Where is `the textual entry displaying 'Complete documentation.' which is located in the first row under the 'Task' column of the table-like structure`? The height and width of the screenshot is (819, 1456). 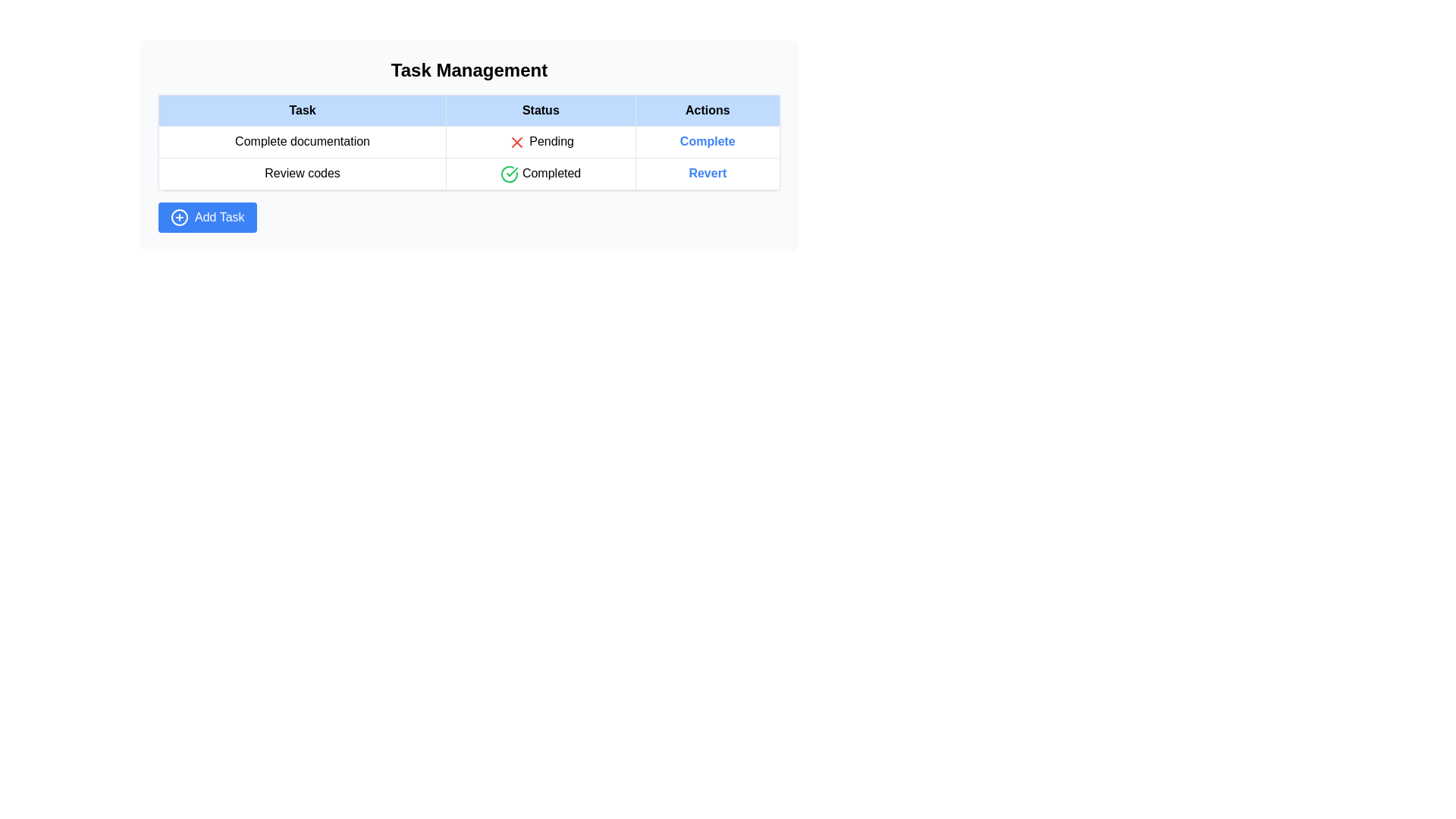 the textual entry displaying 'Complete documentation.' which is located in the first row under the 'Task' column of the table-like structure is located at coordinates (302, 142).